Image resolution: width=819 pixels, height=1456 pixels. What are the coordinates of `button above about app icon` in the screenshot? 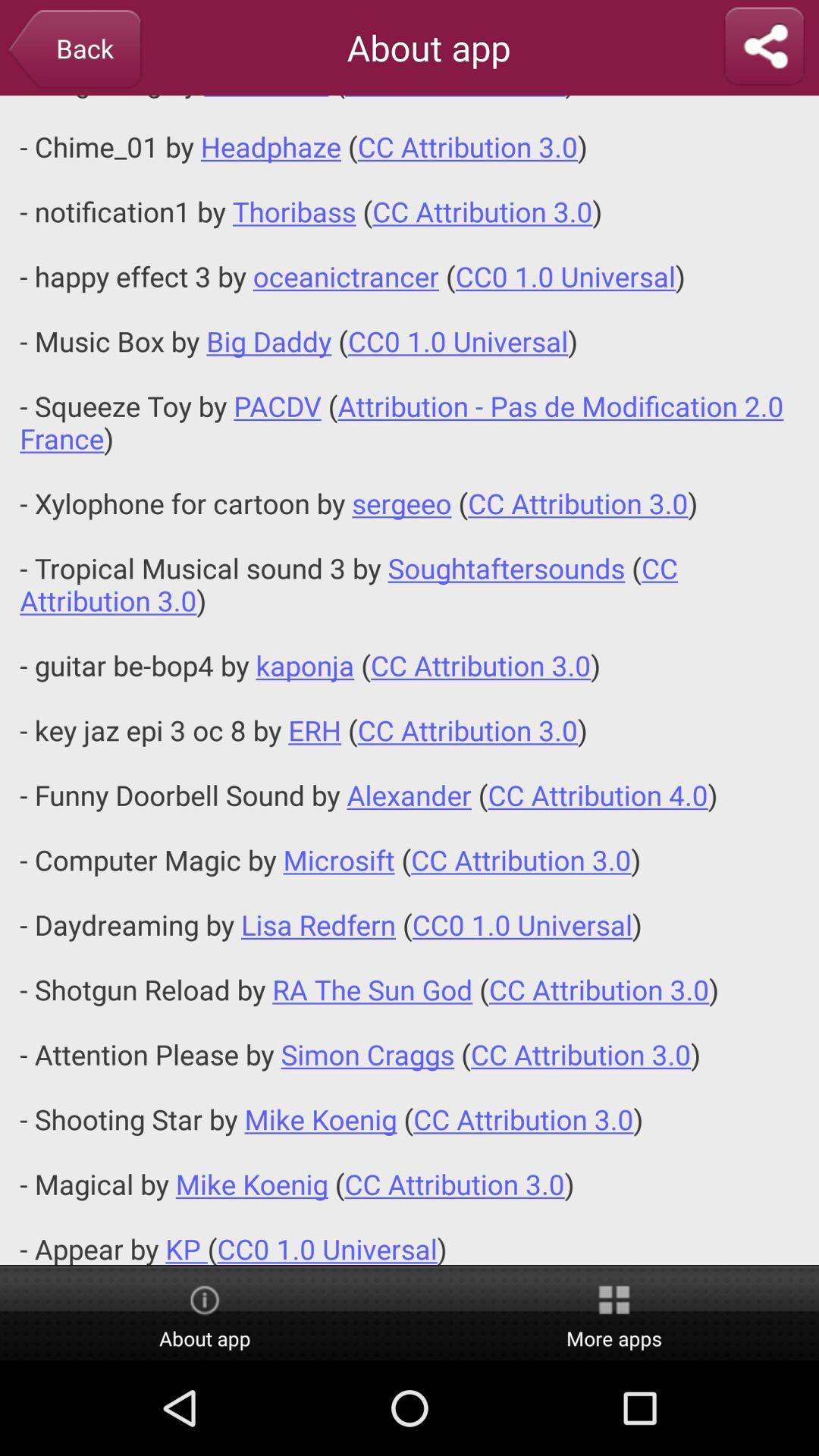 It's located at (409, 679).